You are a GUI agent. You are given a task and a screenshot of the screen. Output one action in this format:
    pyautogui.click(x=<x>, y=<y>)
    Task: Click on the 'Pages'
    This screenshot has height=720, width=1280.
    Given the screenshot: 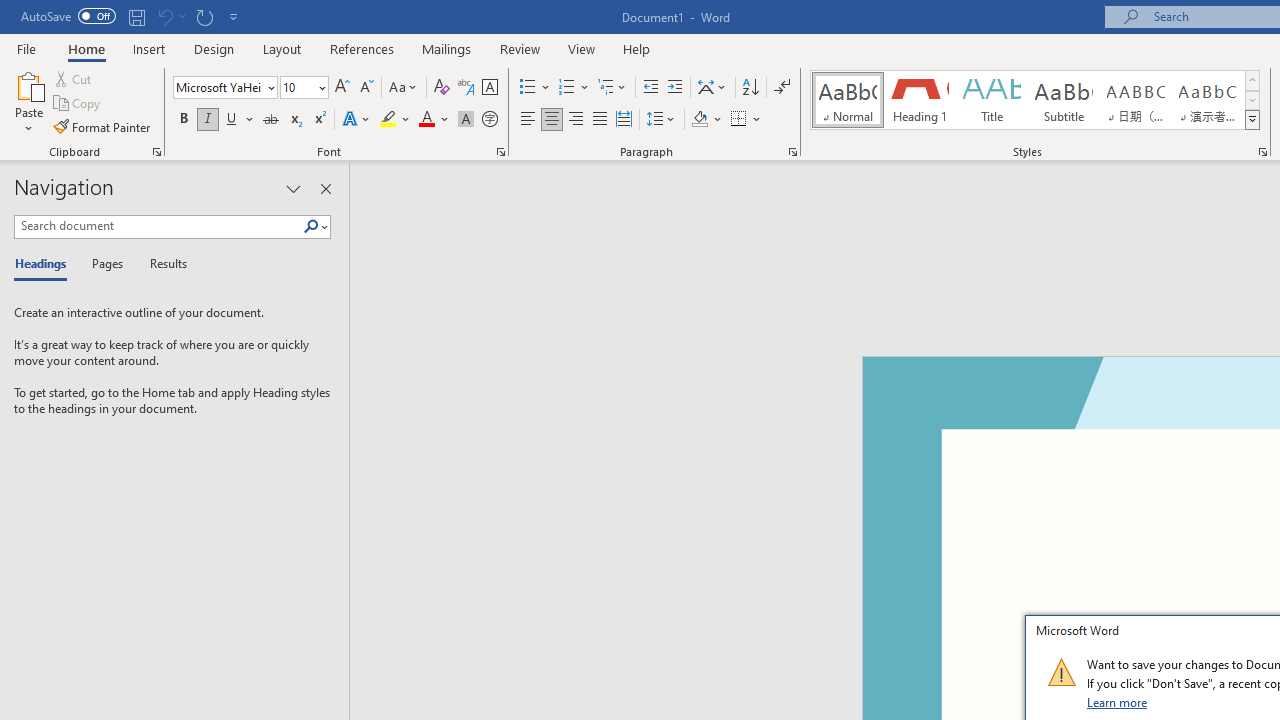 What is the action you would take?
    pyautogui.click(x=104, y=264)
    